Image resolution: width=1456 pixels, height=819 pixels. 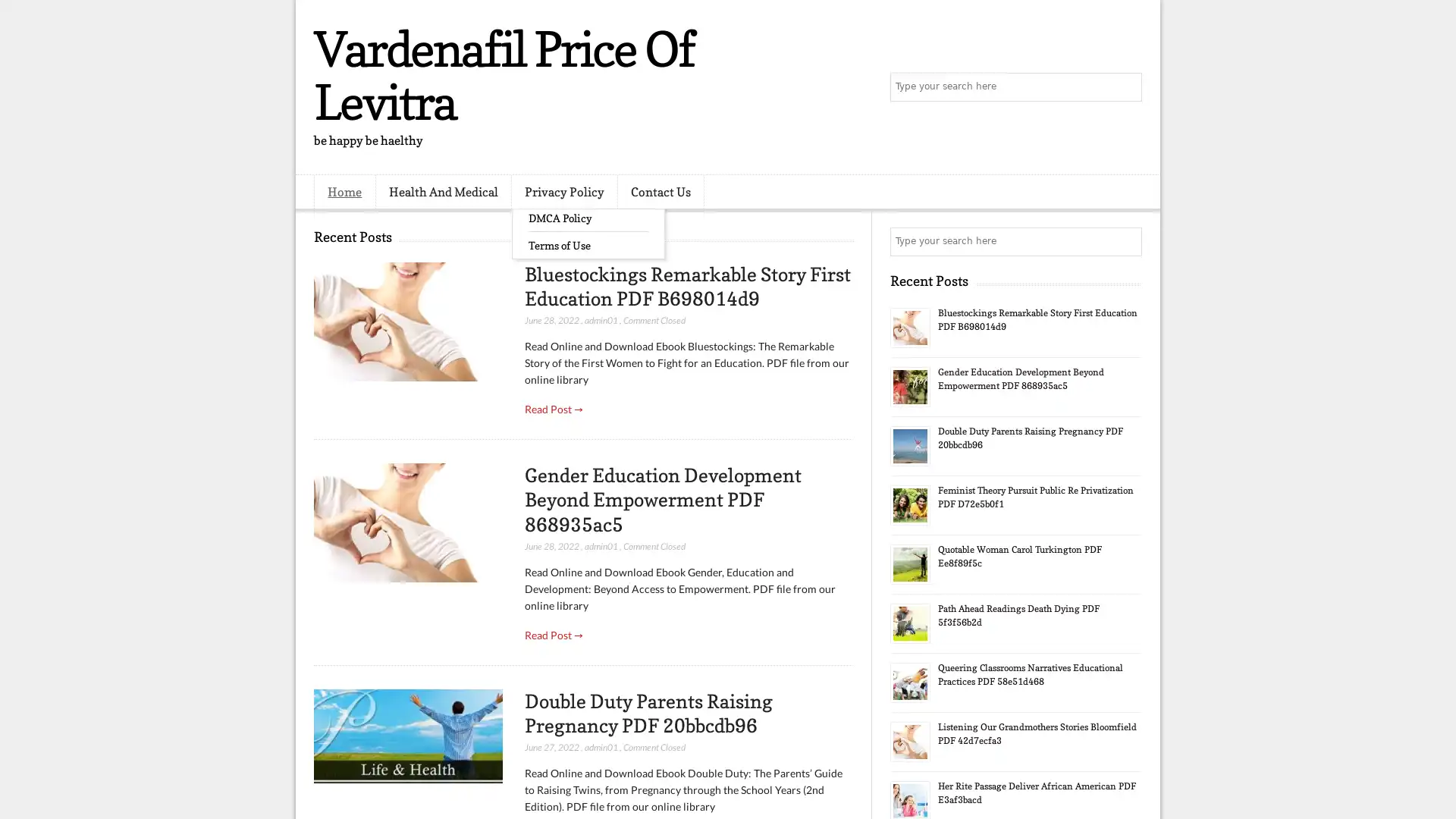 I want to click on Search, so click(x=1126, y=241).